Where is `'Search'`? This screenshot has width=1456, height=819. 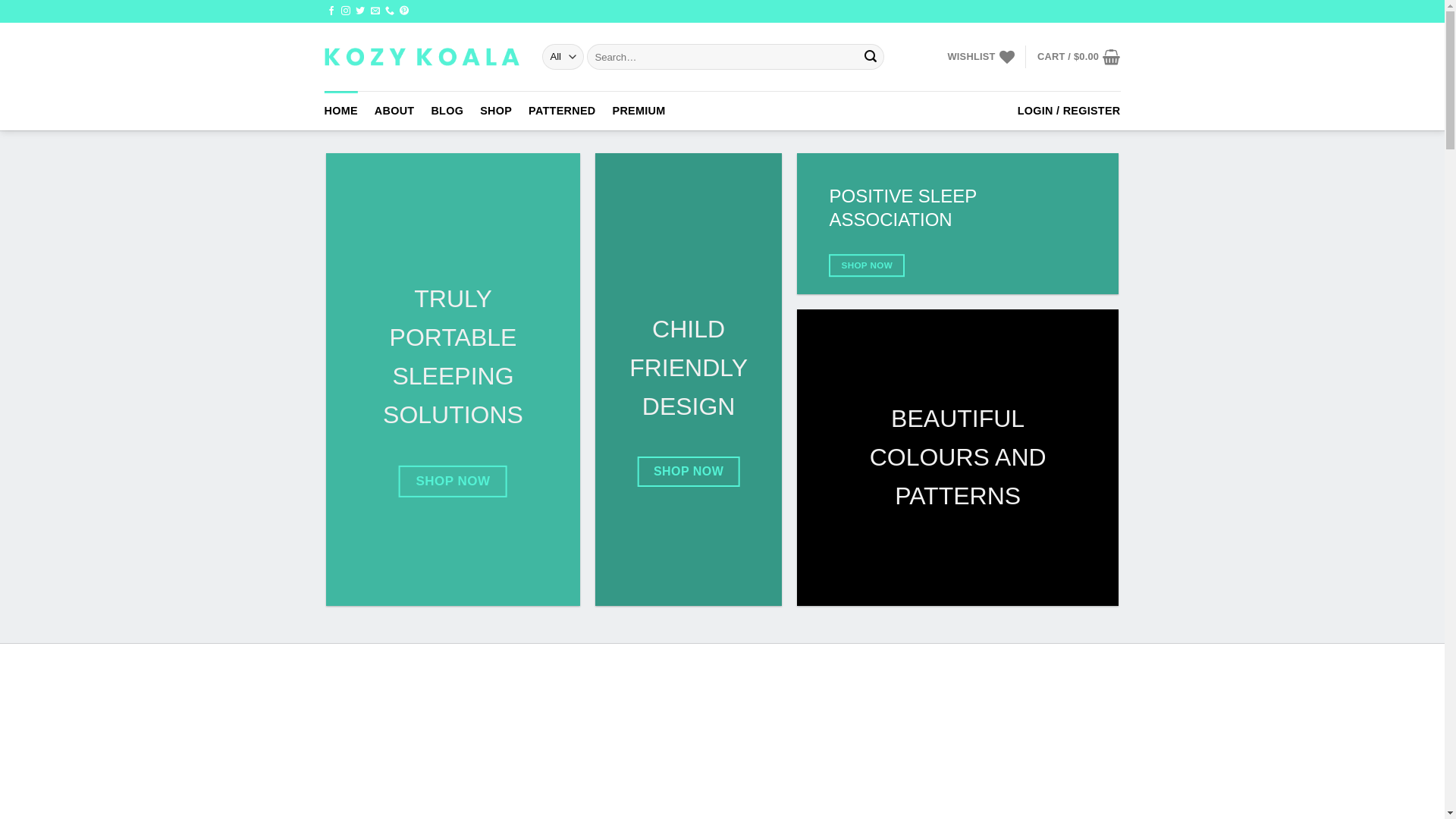
'Search' is located at coordinates (870, 55).